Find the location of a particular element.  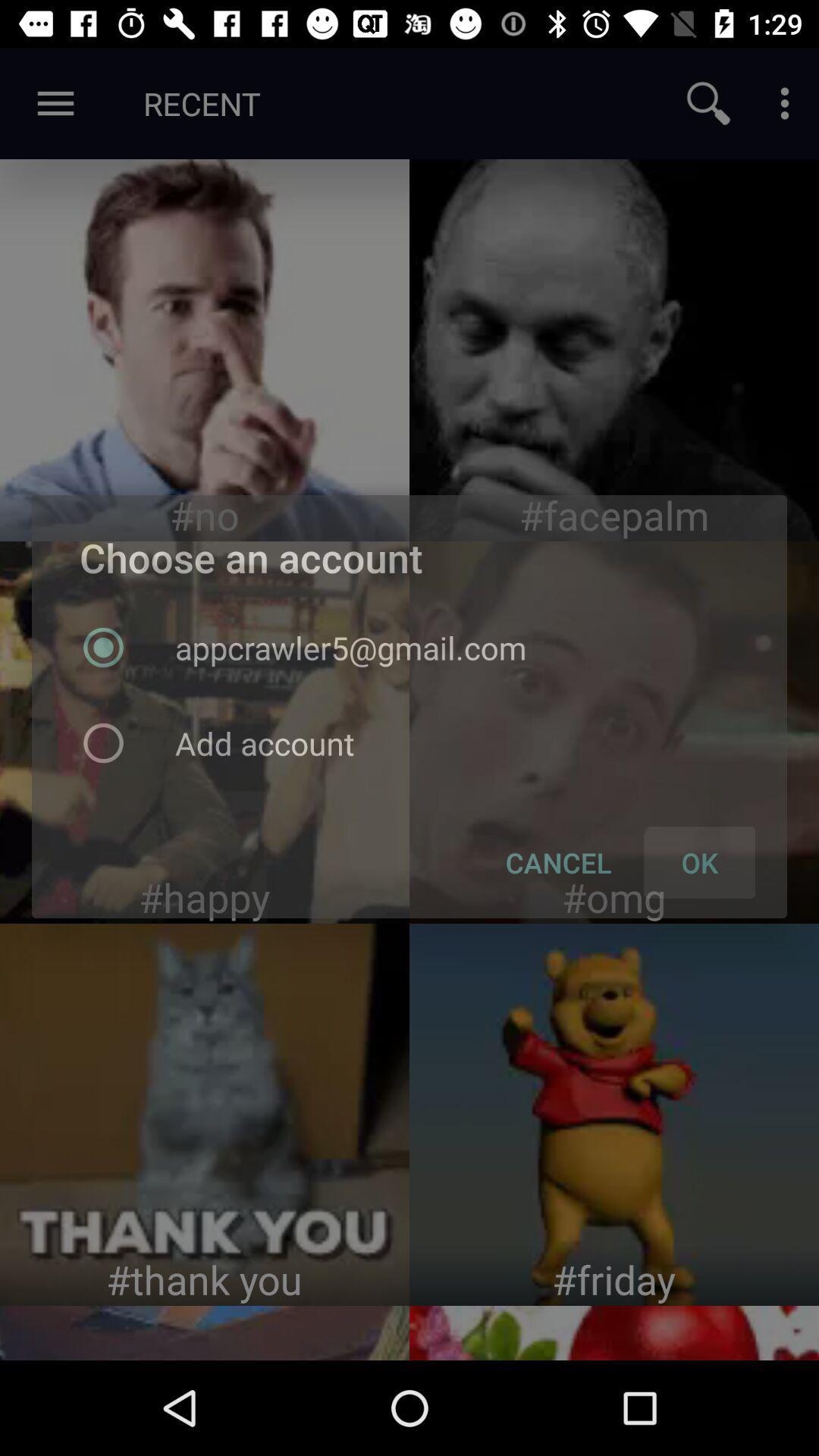

post the friday meme to your social media account is located at coordinates (614, 1114).